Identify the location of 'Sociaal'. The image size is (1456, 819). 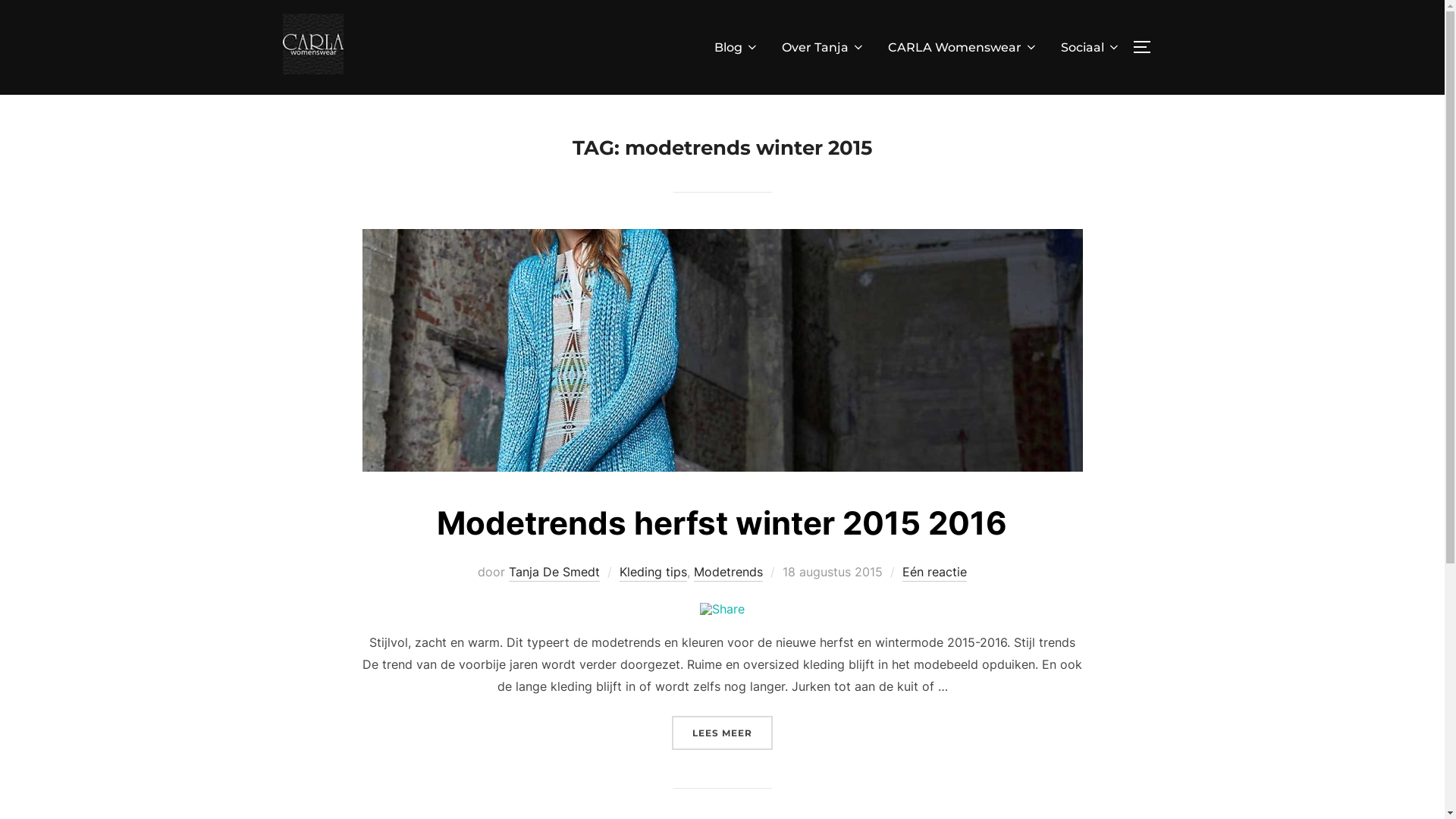
(1089, 46).